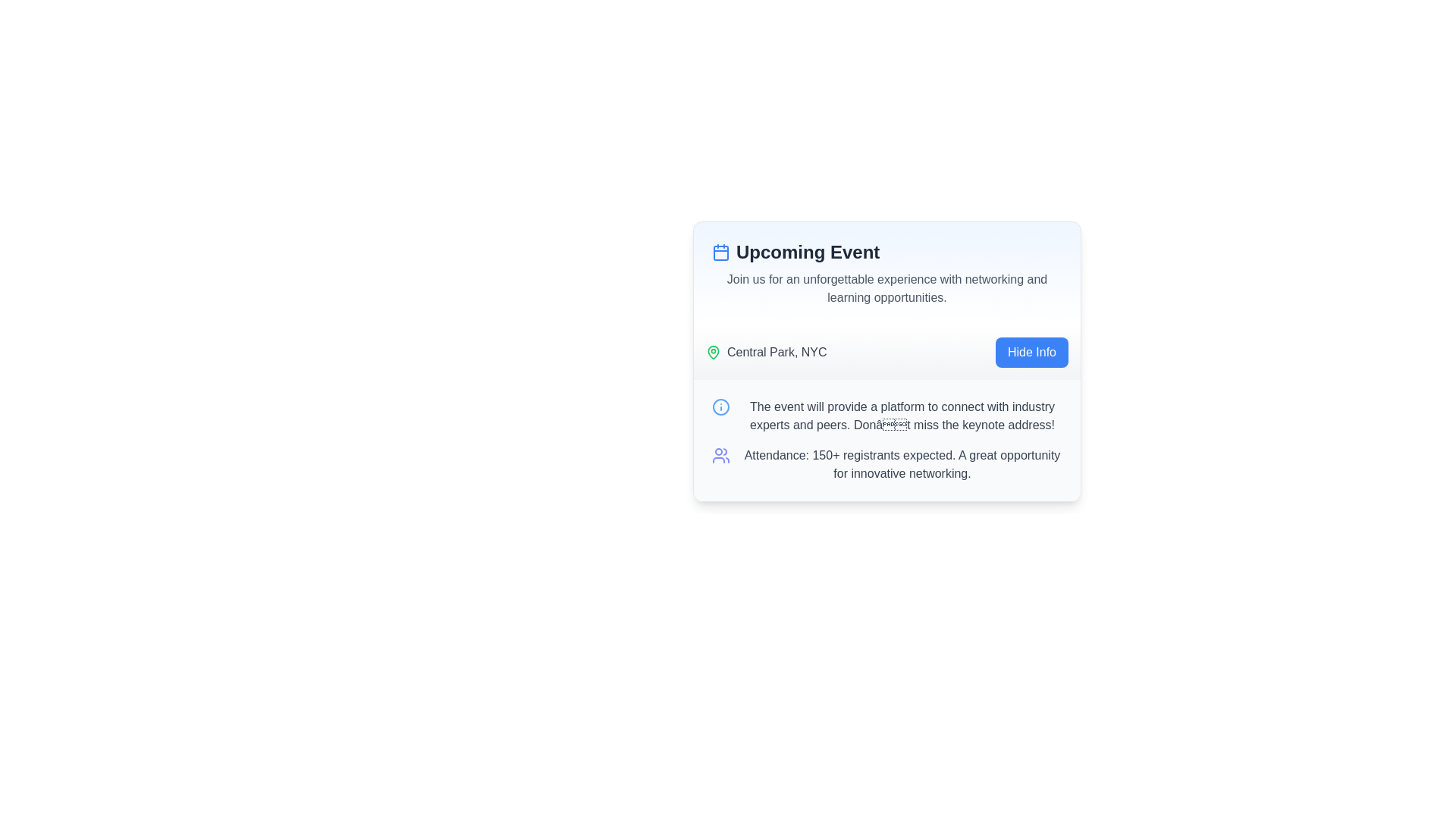 The image size is (1456, 819). What do you see at coordinates (887, 251) in the screenshot?
I see `the heading element at the top of the card UI component, which indicates the subject of an upcoming event` at bounding box center [887, 251].